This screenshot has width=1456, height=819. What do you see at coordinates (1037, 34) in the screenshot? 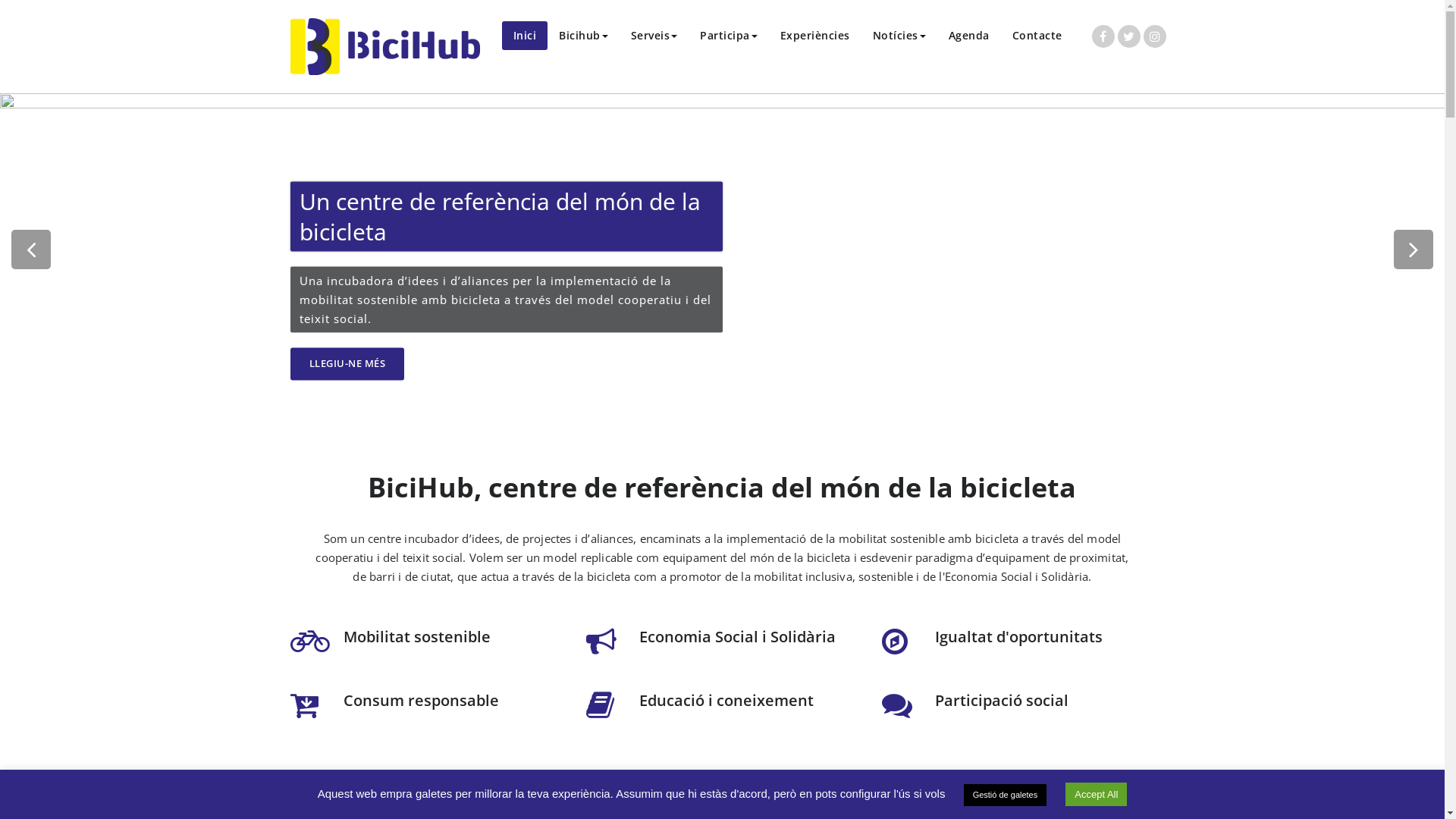
I see `'Contacte'` at bounding box center [1037, 34].